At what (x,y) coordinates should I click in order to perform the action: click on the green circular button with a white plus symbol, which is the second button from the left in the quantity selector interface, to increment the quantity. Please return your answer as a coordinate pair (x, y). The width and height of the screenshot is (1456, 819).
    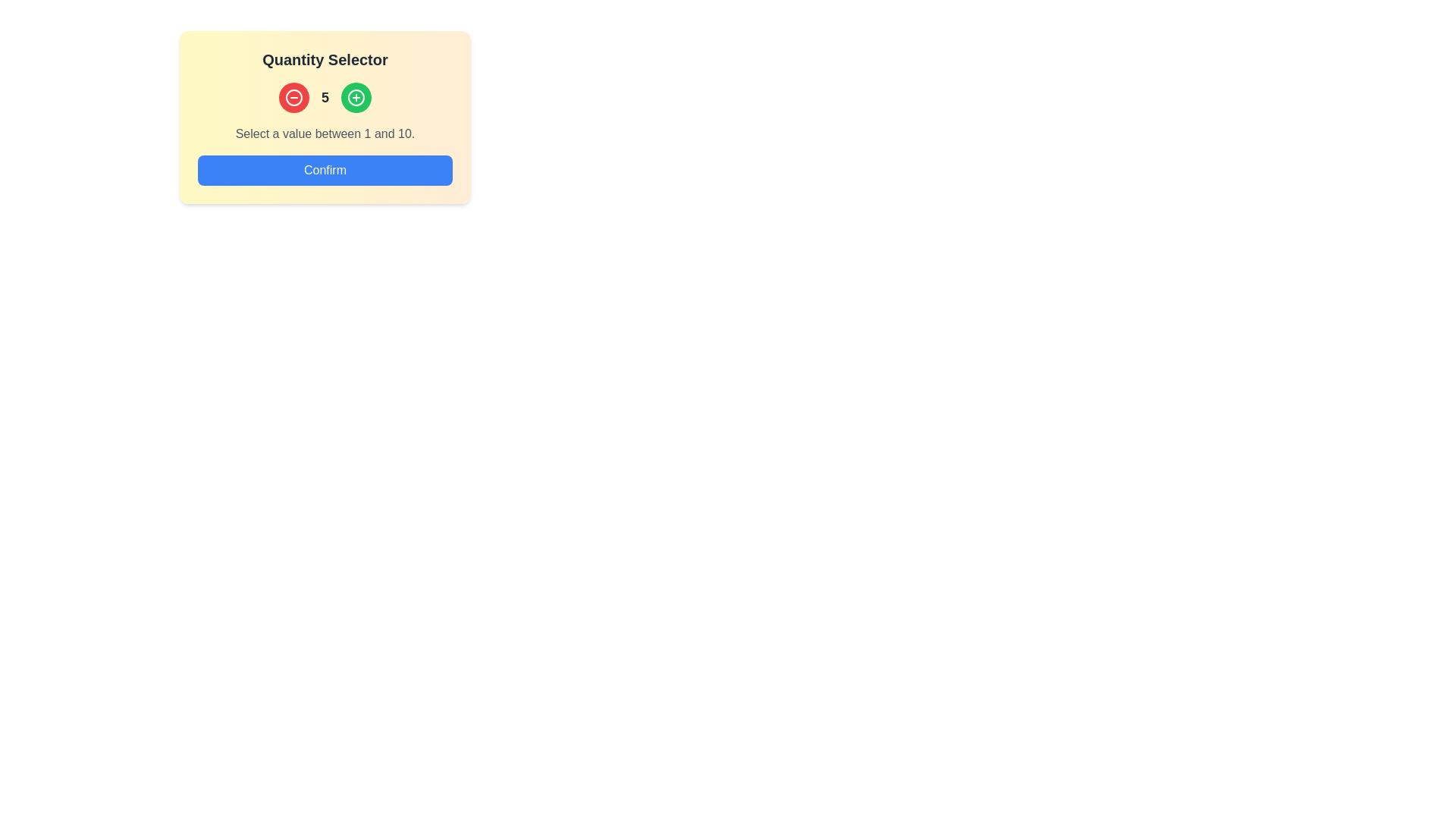
    Looking at the image, I should click on (356, 97).